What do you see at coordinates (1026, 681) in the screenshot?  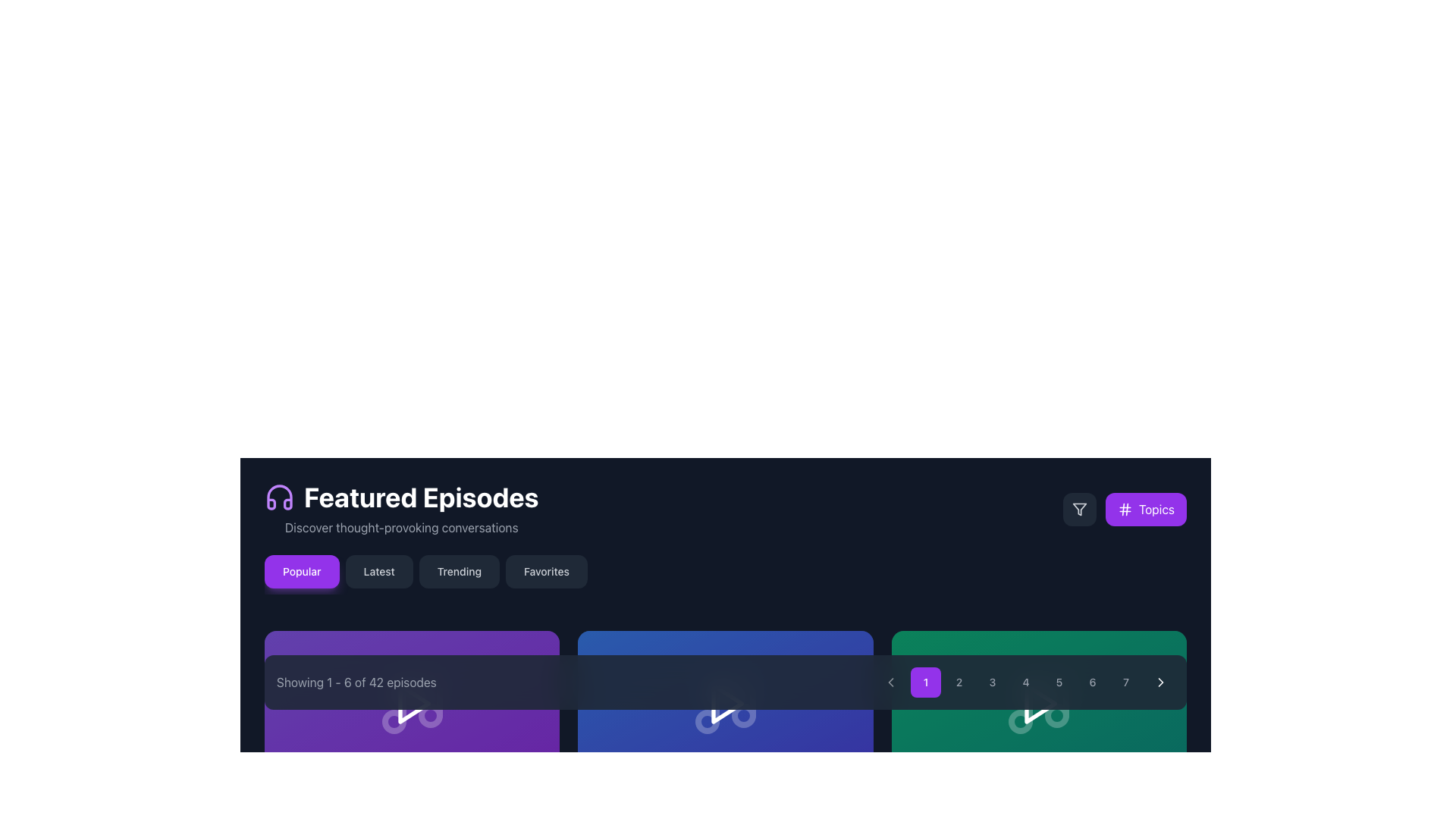 I see `the circular button labeled '4' to observe the hover effect, which changes the background to a darker shade` at bounding box center [1026, 681].